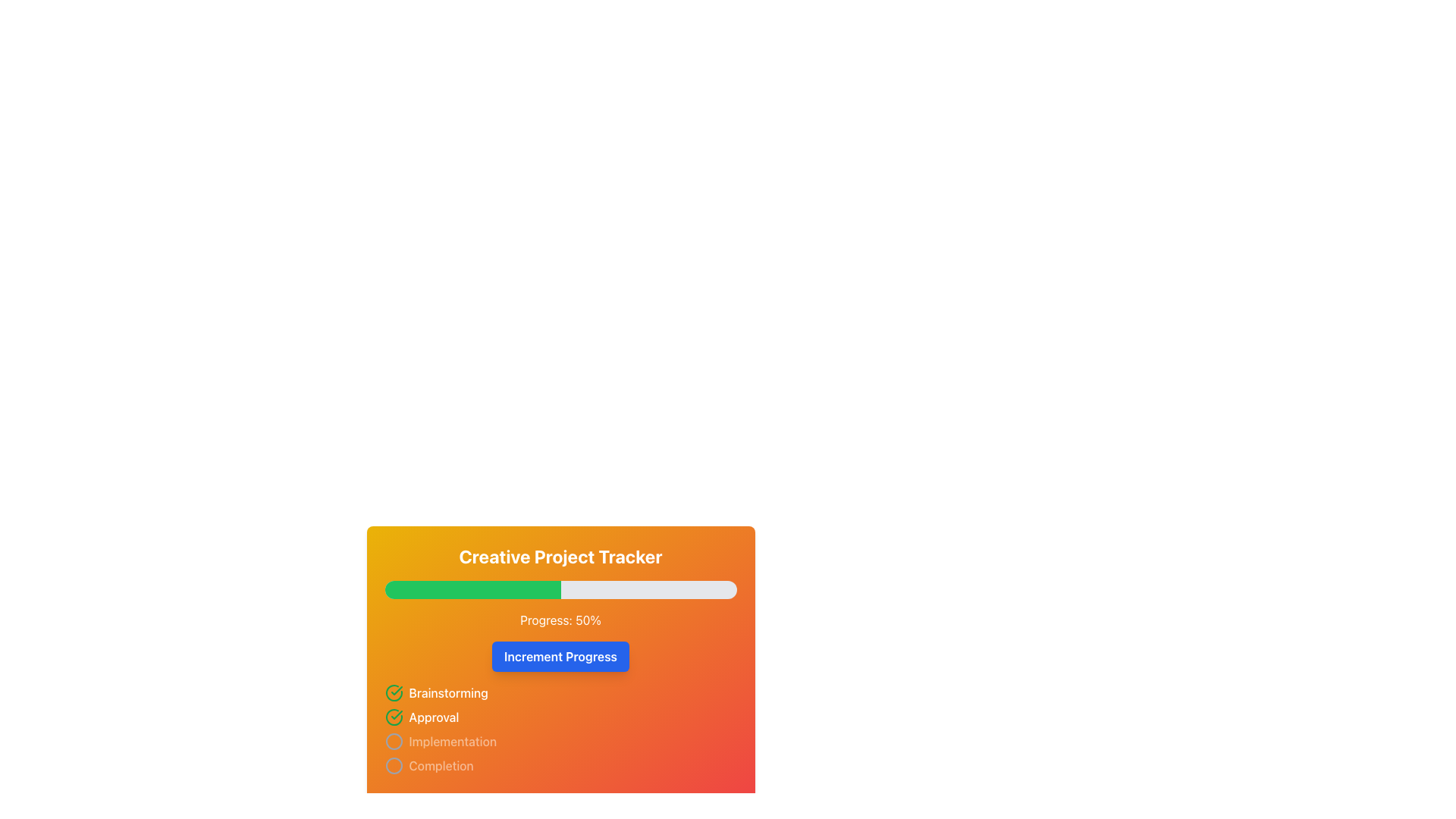  Describe the element at coordinates (560, 649) in the screenshot. I see `the progress increment button located below the 'Progress: 50%' text and above the project stages list` at that location.